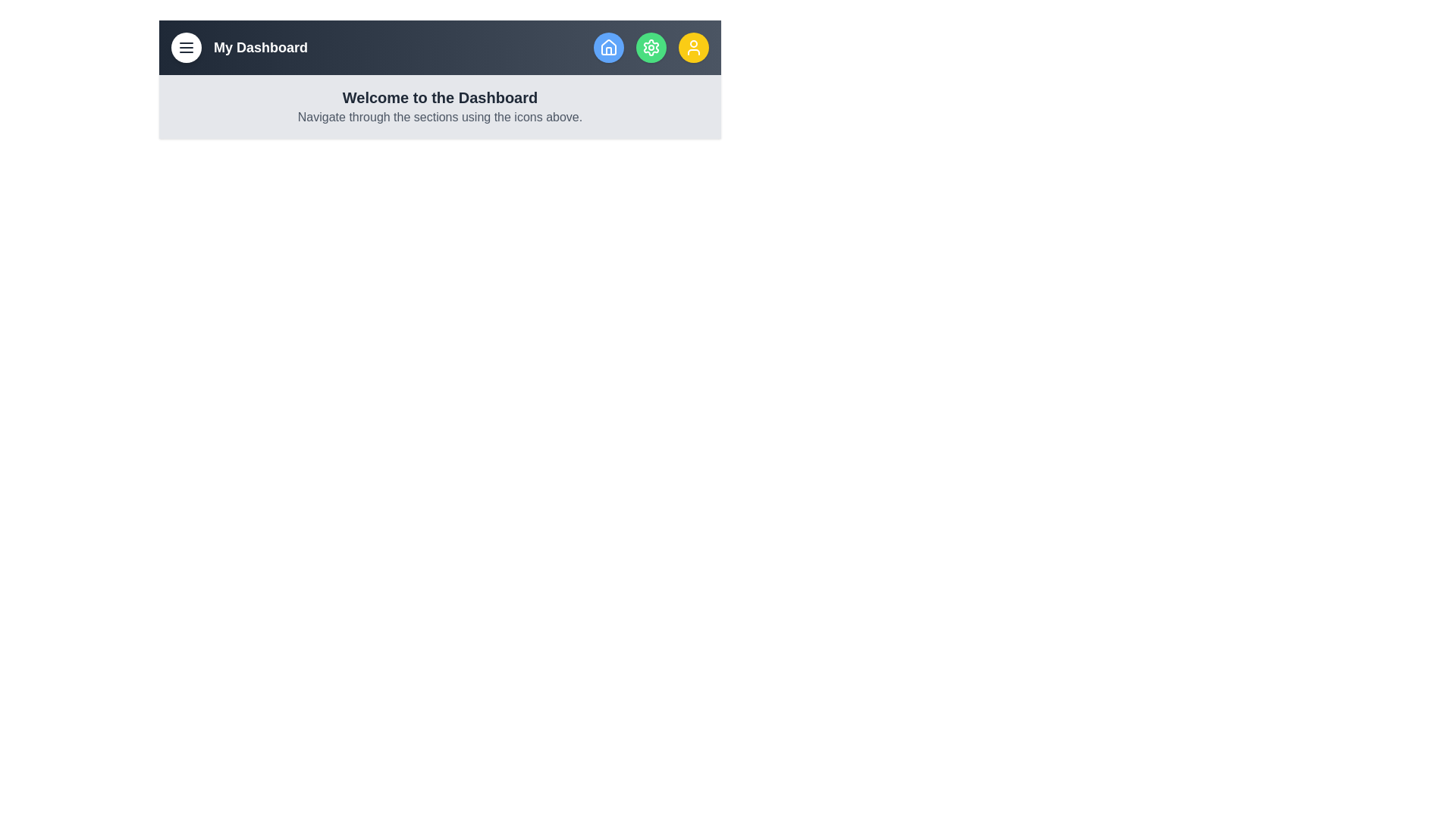 This screenshot has width=1456, height=819. What do you see at coordinates (693, 46) in the screenshot?
I see `the user button to view profile information` at bounding box center [693, 46].